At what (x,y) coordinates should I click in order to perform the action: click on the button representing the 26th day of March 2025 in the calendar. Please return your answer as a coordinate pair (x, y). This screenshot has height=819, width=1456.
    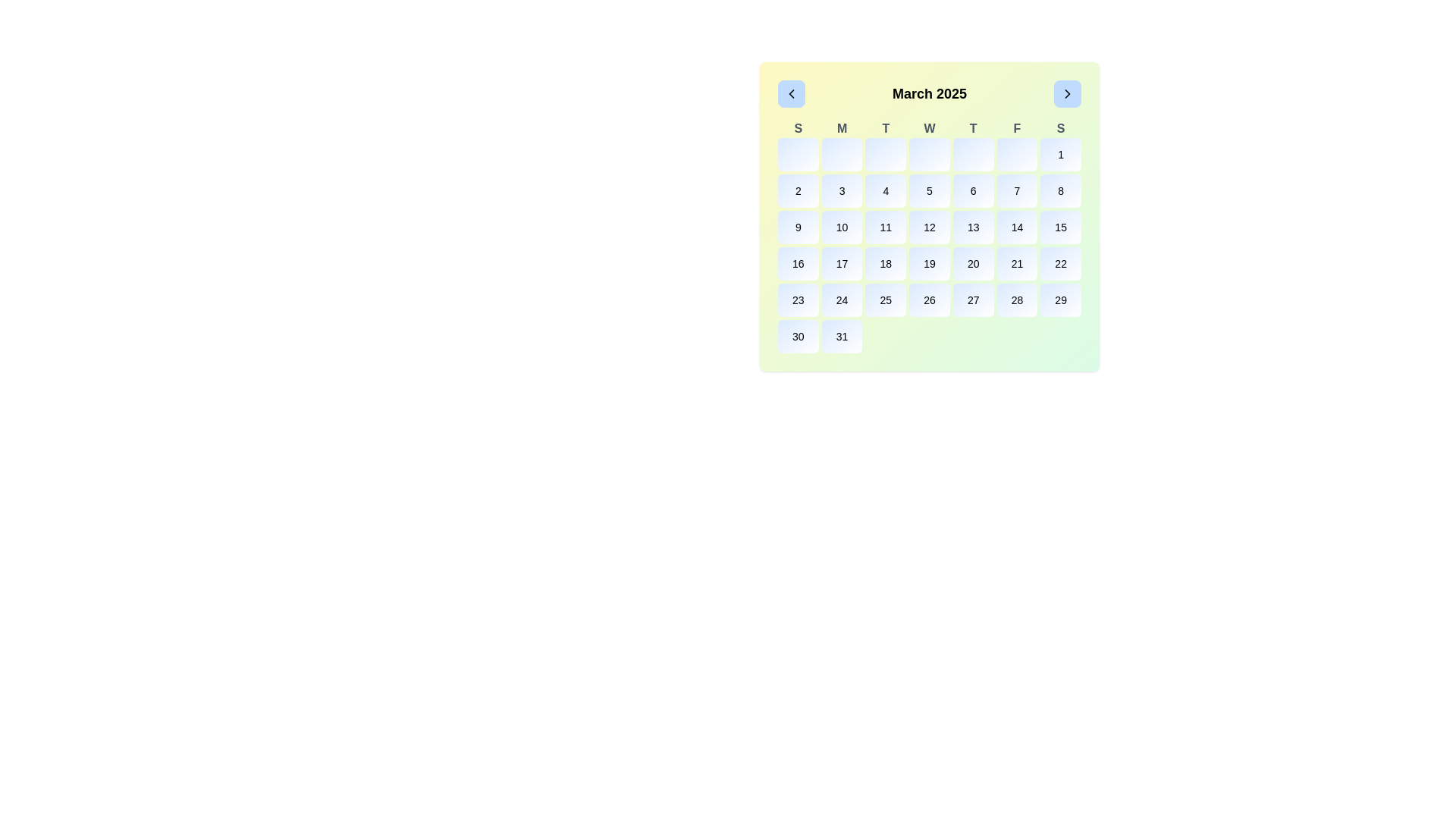
    Looking at the image, I should click on (928, 300).